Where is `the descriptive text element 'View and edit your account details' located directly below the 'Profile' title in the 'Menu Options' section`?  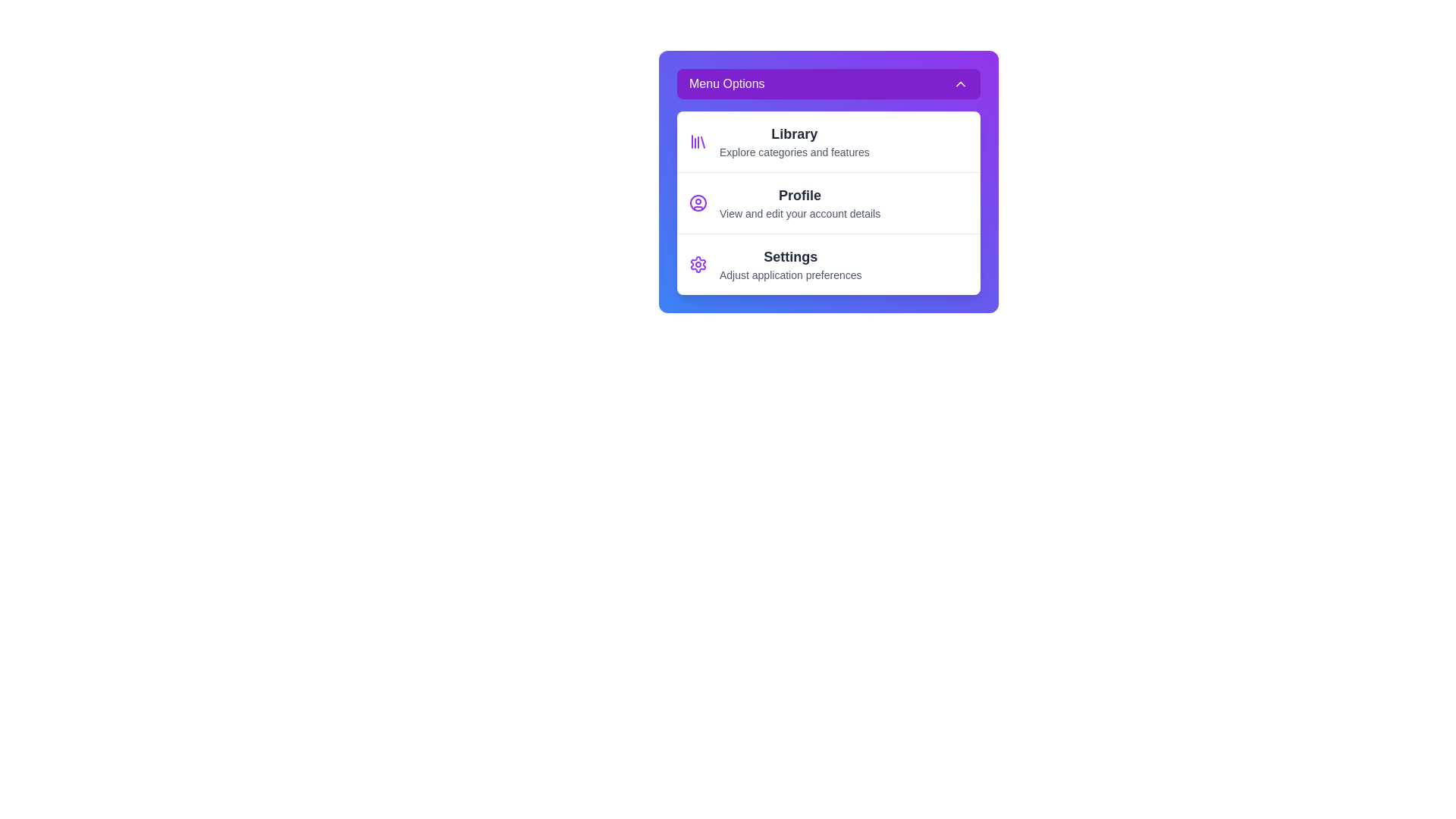
the descriptive text element 'View and edit your account details' located directly below the 'Profile' title in the 'Menu Options' section is located at coordinates (799, 213).